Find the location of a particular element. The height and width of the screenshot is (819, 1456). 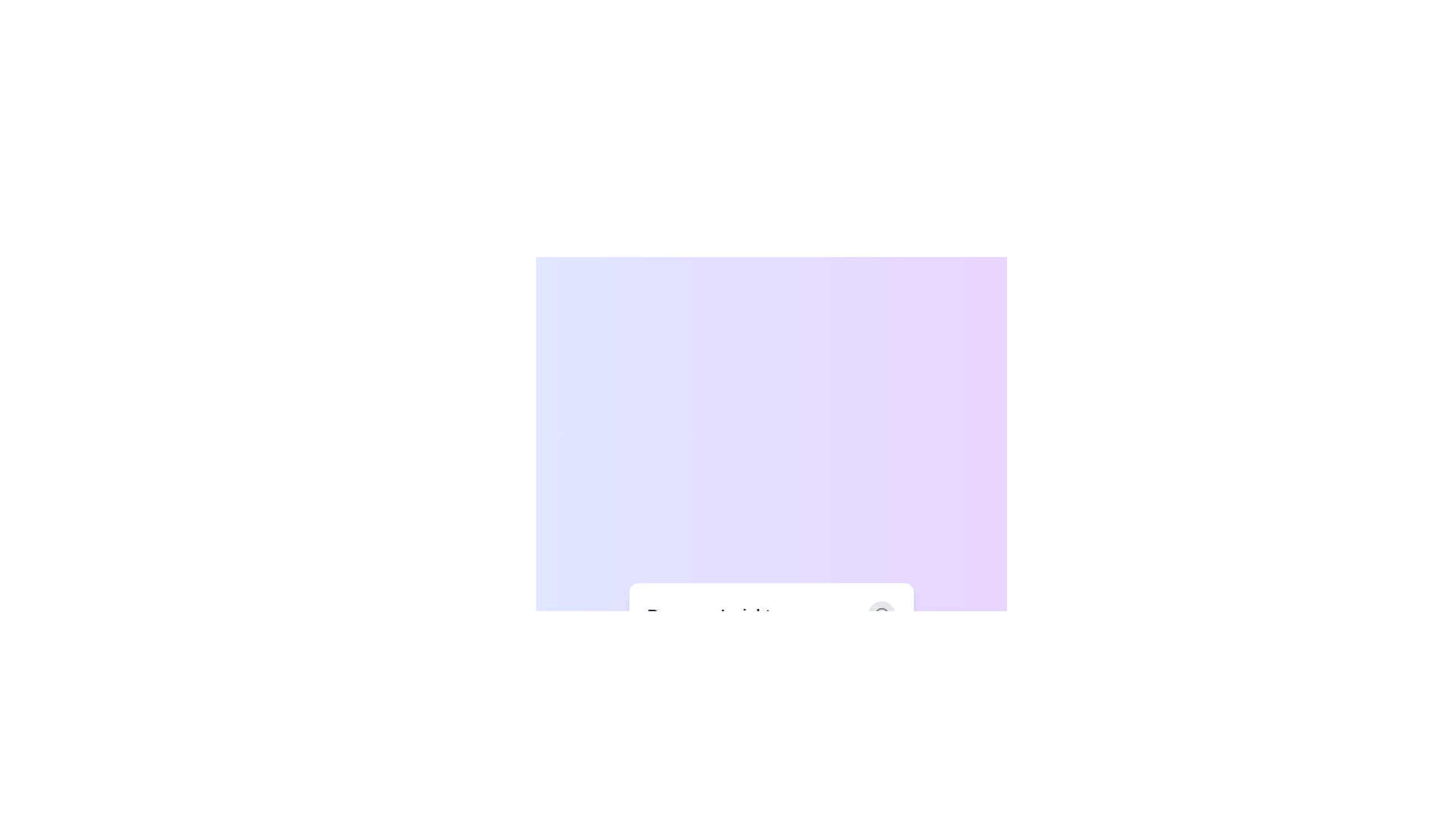

the circular icon button with a light gray background and an 'i' symbol, located at the upper-right part of the white bottom card is located at coordinates (882, 614).